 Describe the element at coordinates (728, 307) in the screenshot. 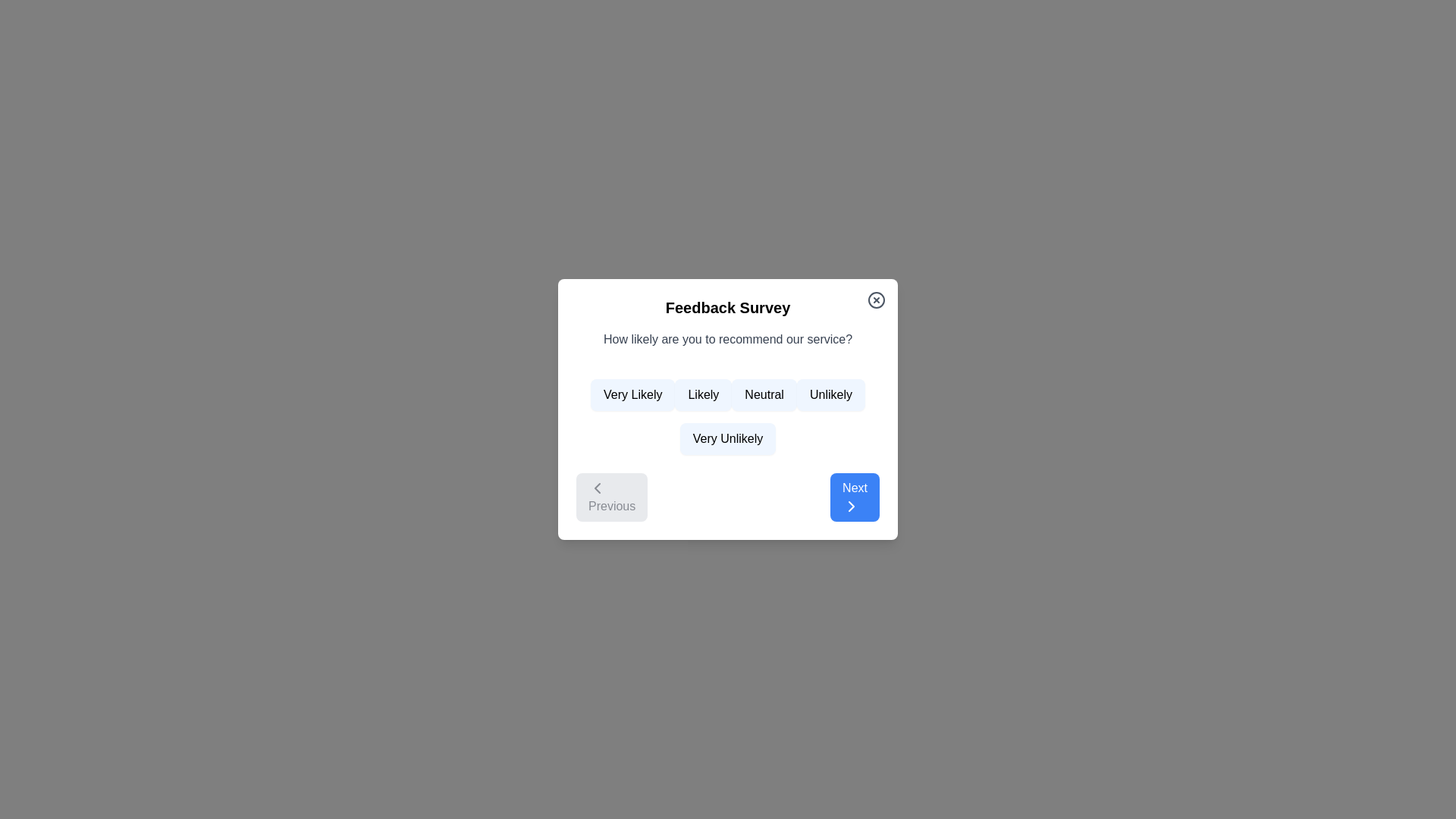

I see `the 'Feedback Survey' text header, which is displayed in bold and centrally aligned at the top of a white rectangular box with rounded corners` at that location.